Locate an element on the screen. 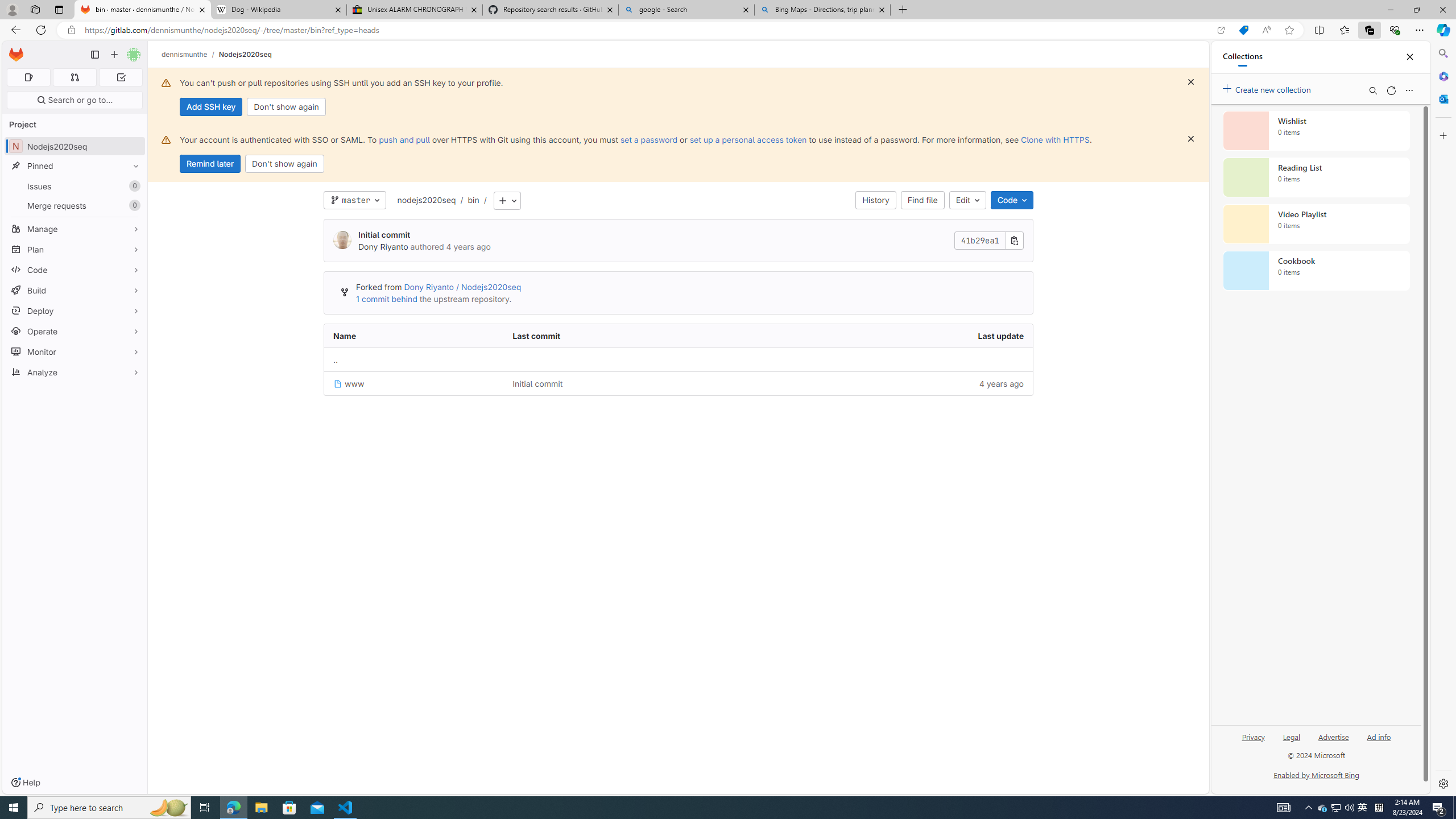 The image size is (1456, 819). 'Deploy' is located at coordinates (74, 310).